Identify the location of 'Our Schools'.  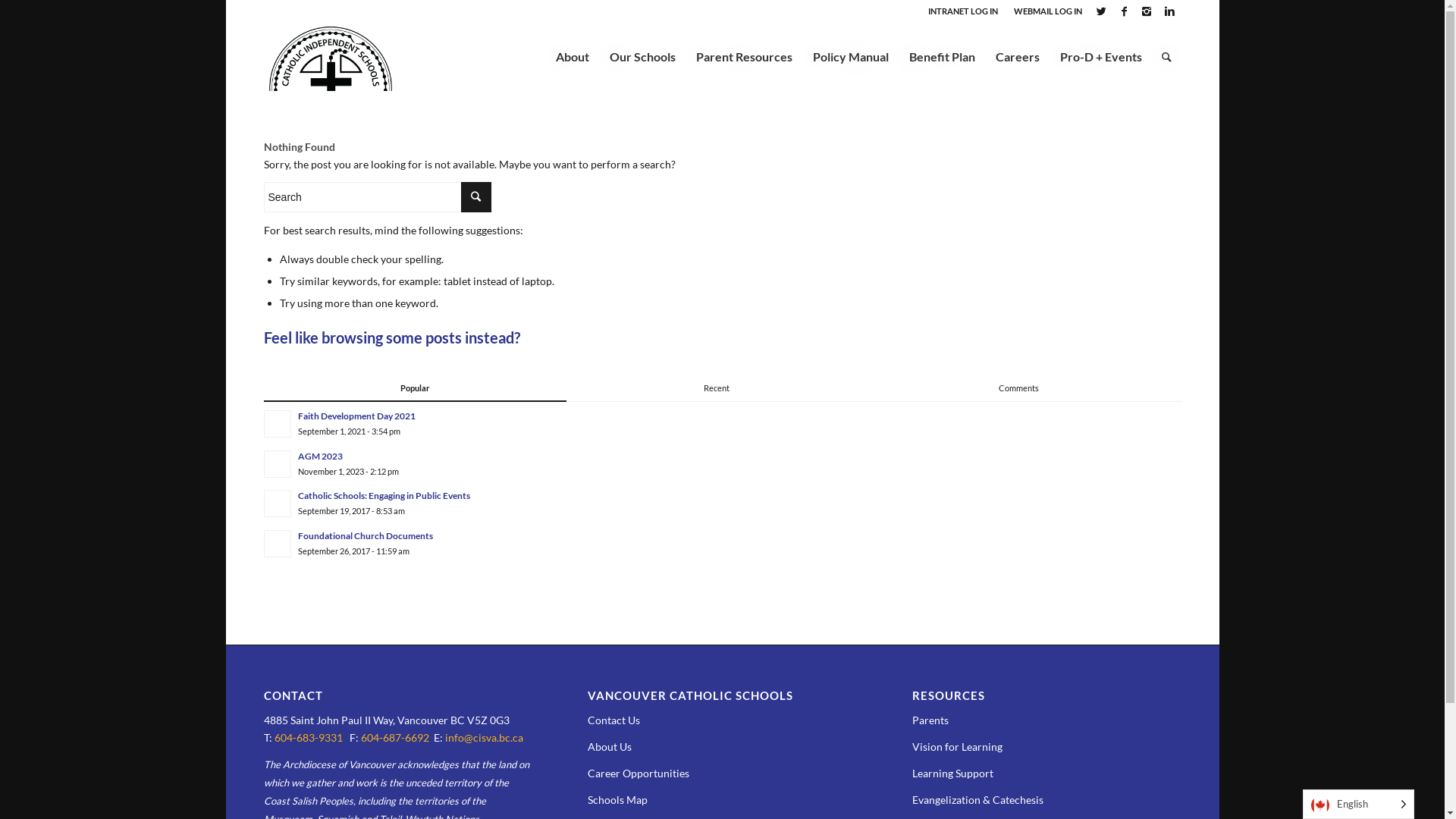
(642, 55).